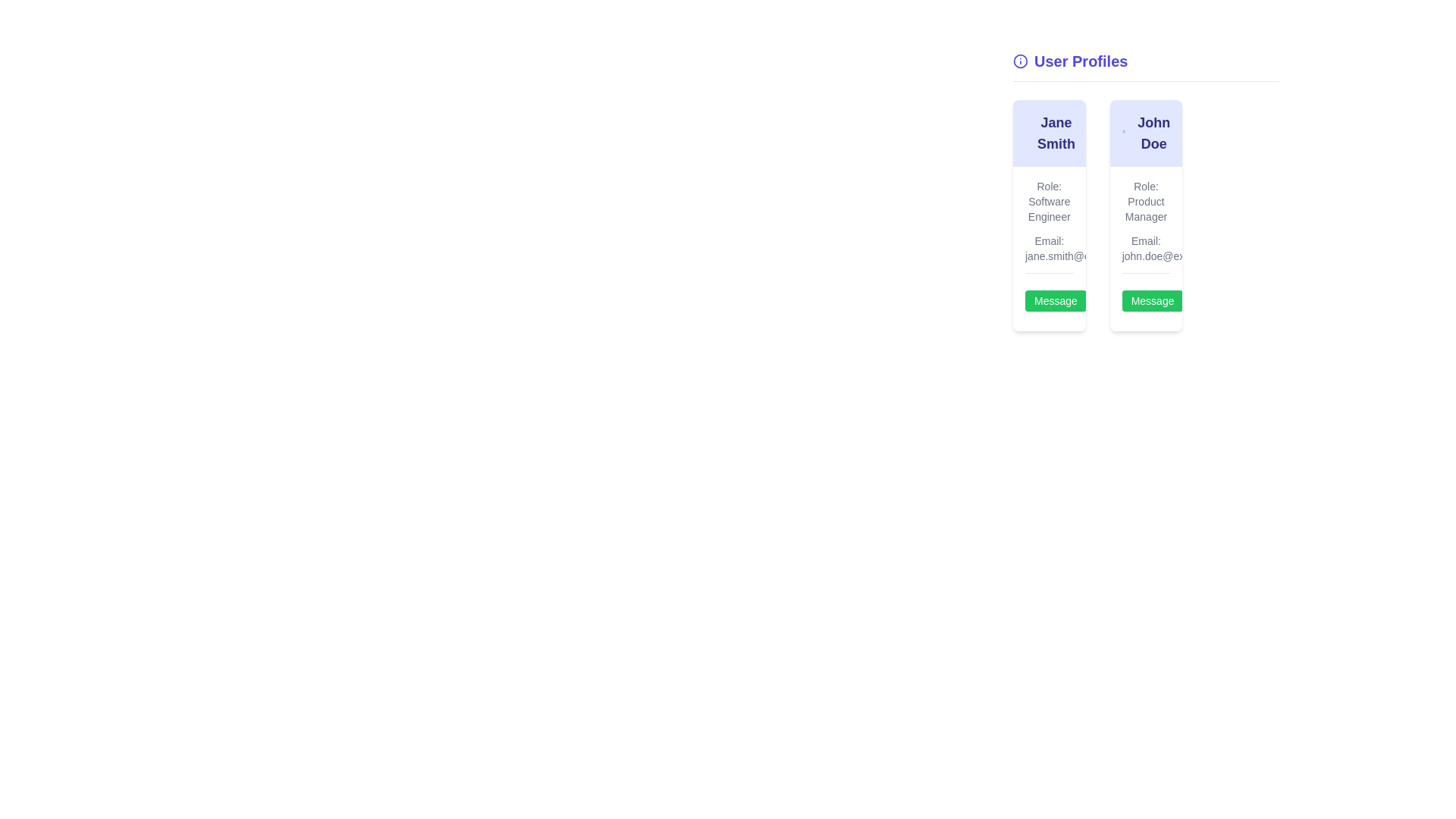 This screenshot has height=819, width=1456. Describe the element at coordinates (1146, 133) in the screenshot. I see `the 'John Doe' text element, styled with bold large indigo font, located at the top of the right profile card under the 'User Profiles' heading` at that location.